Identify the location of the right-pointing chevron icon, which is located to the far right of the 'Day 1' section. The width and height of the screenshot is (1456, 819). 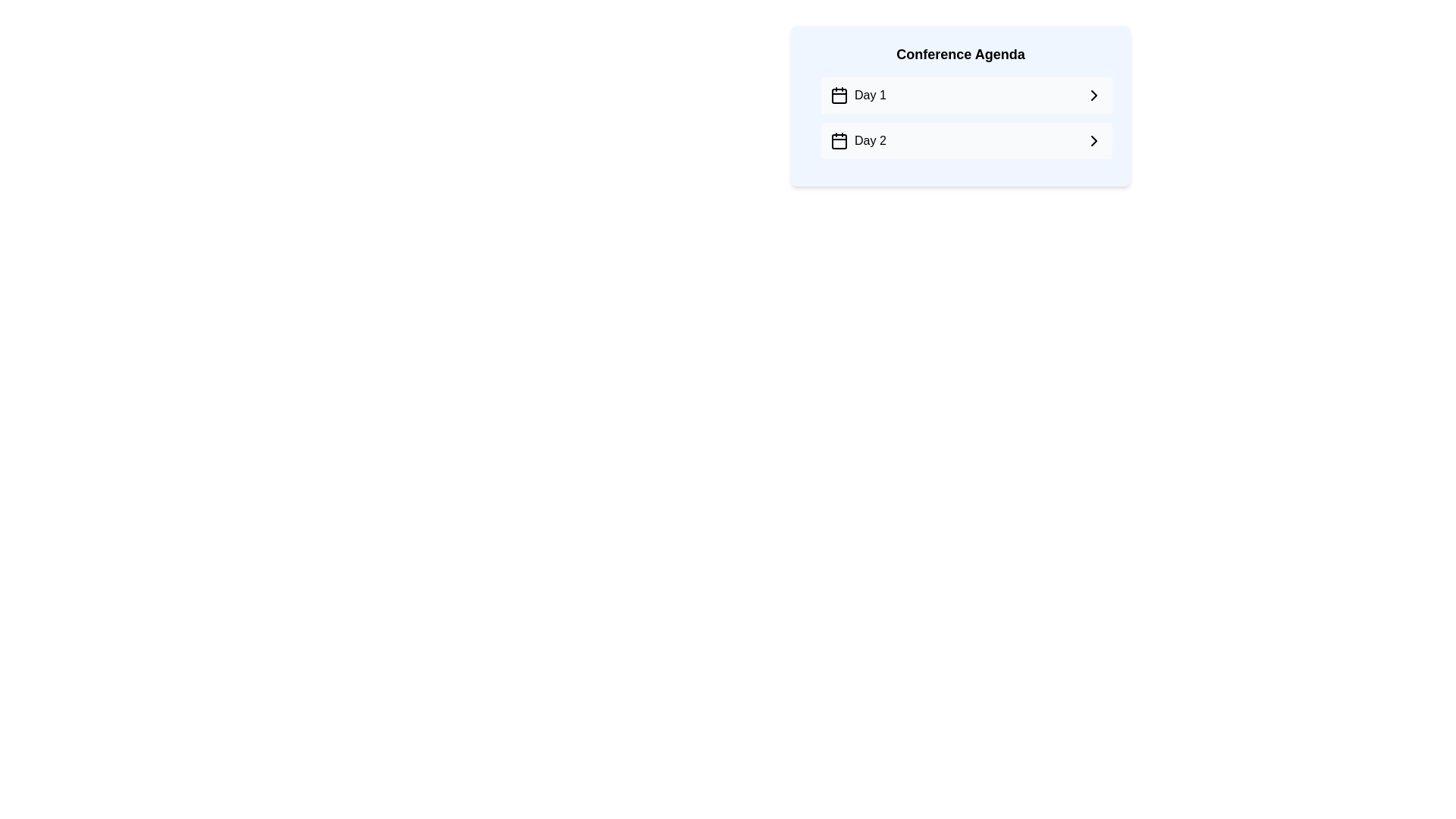
(1094, 96).